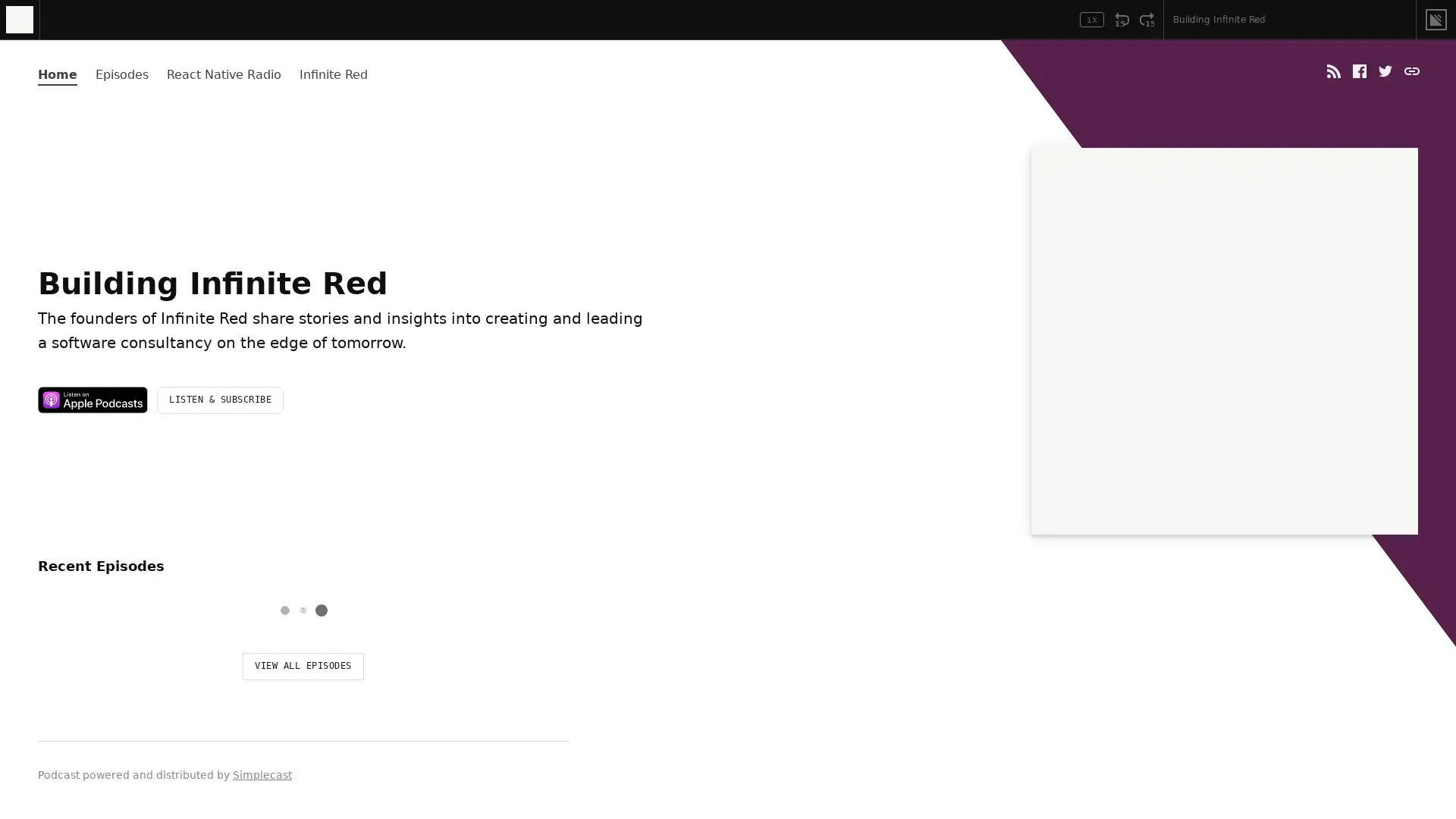 This screenshot has width=1456, height=819. I want to click on Rewind 15 Seconds, so click(1122, 20).